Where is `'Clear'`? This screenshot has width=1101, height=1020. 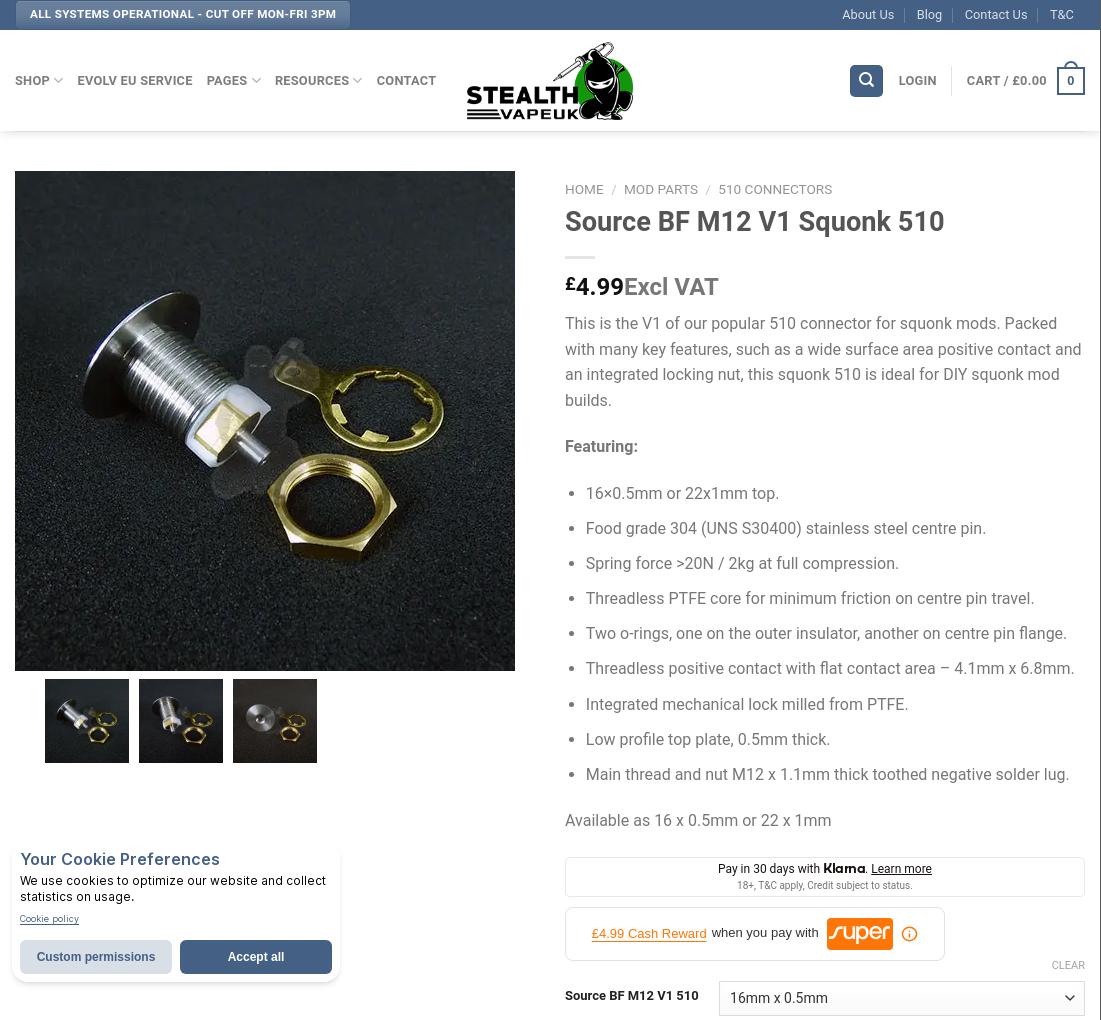 'Clear' is located at coordinates (1067, 964).